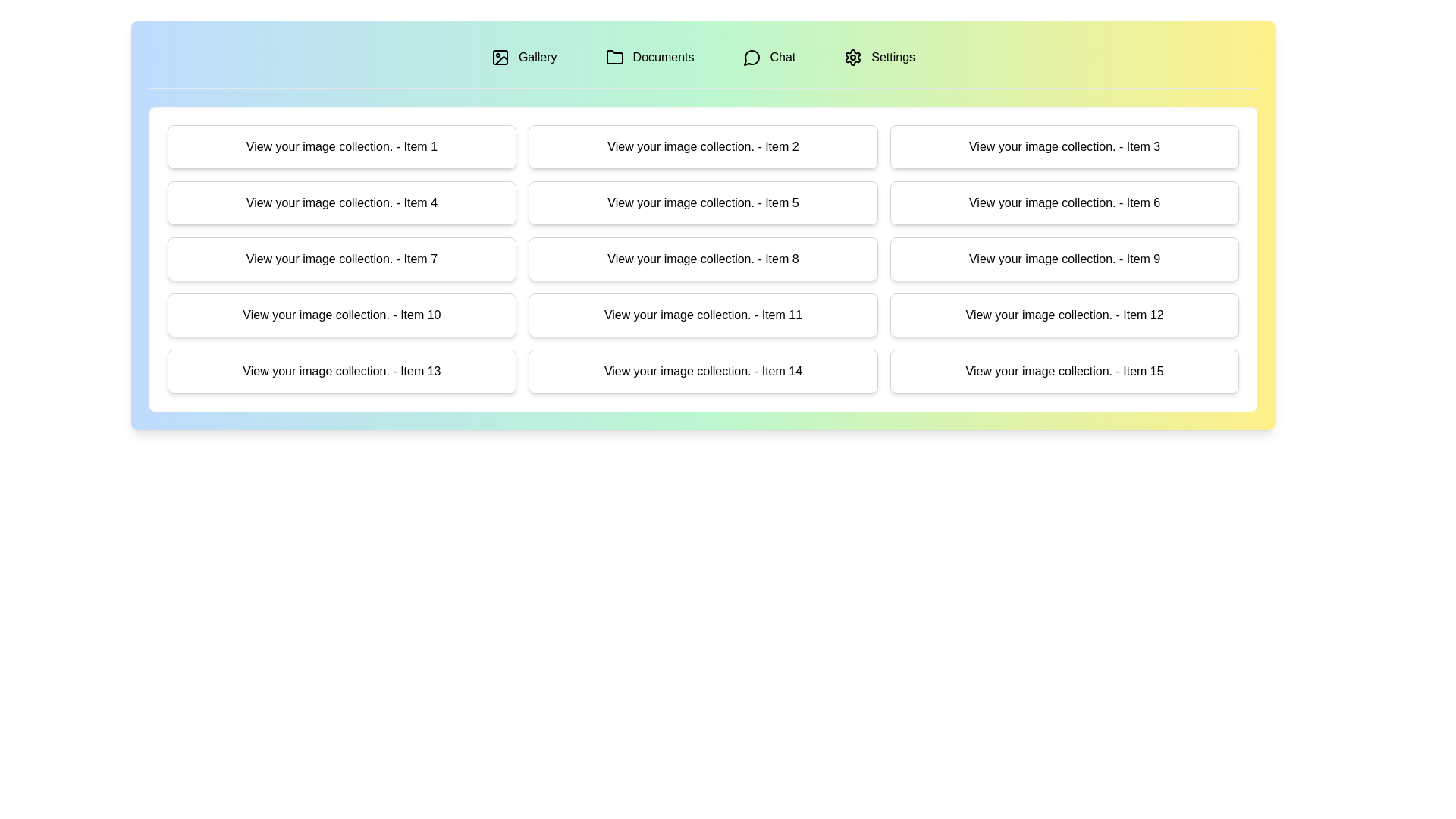  What do you see at coordinates (524, 57) in the screenshot?
I see `the tab labeled Gallery to preview its content` at bounding box center [524, 57].